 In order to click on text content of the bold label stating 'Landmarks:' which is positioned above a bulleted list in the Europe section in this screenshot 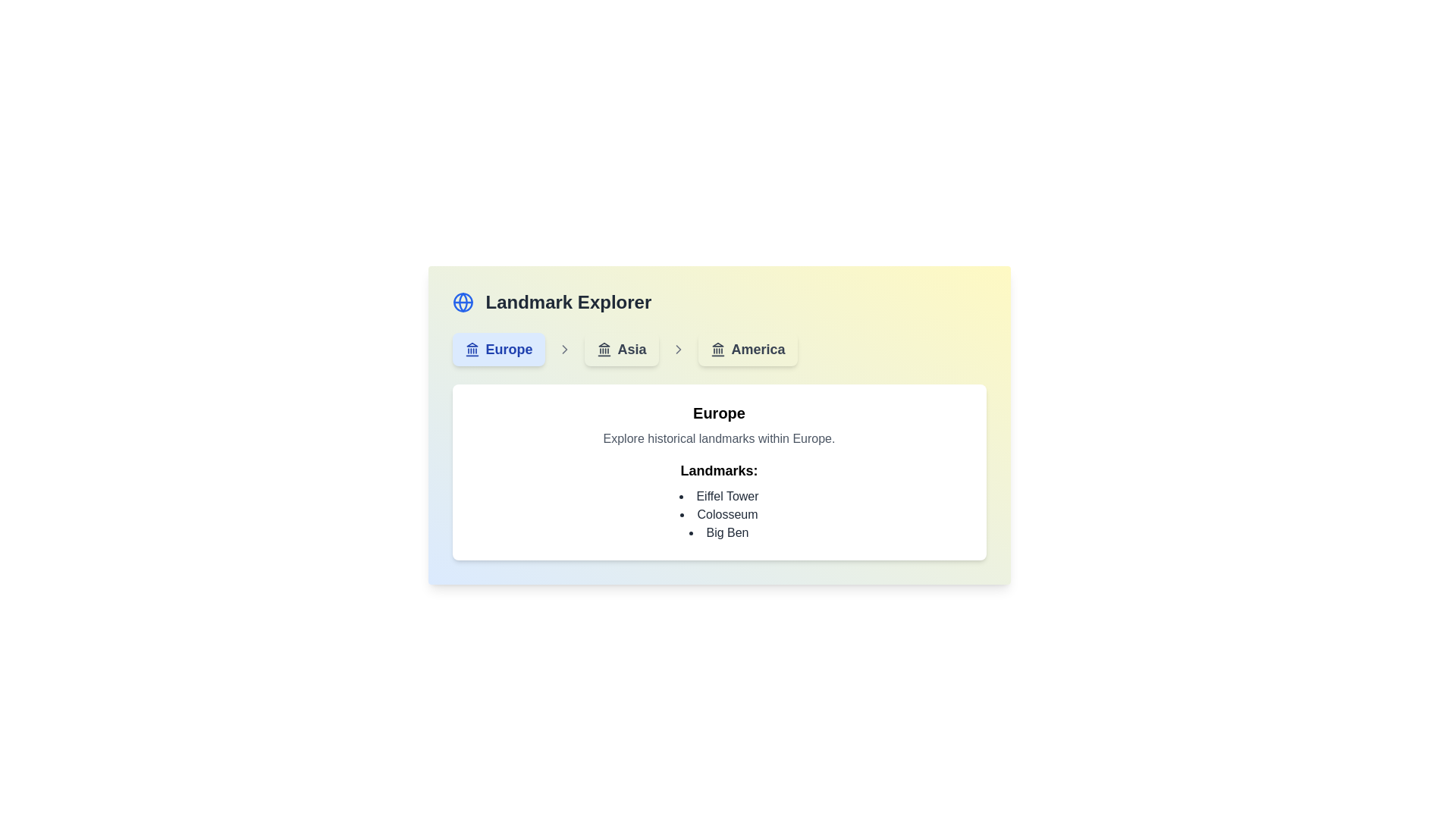, I will do `click(718, 470)`.